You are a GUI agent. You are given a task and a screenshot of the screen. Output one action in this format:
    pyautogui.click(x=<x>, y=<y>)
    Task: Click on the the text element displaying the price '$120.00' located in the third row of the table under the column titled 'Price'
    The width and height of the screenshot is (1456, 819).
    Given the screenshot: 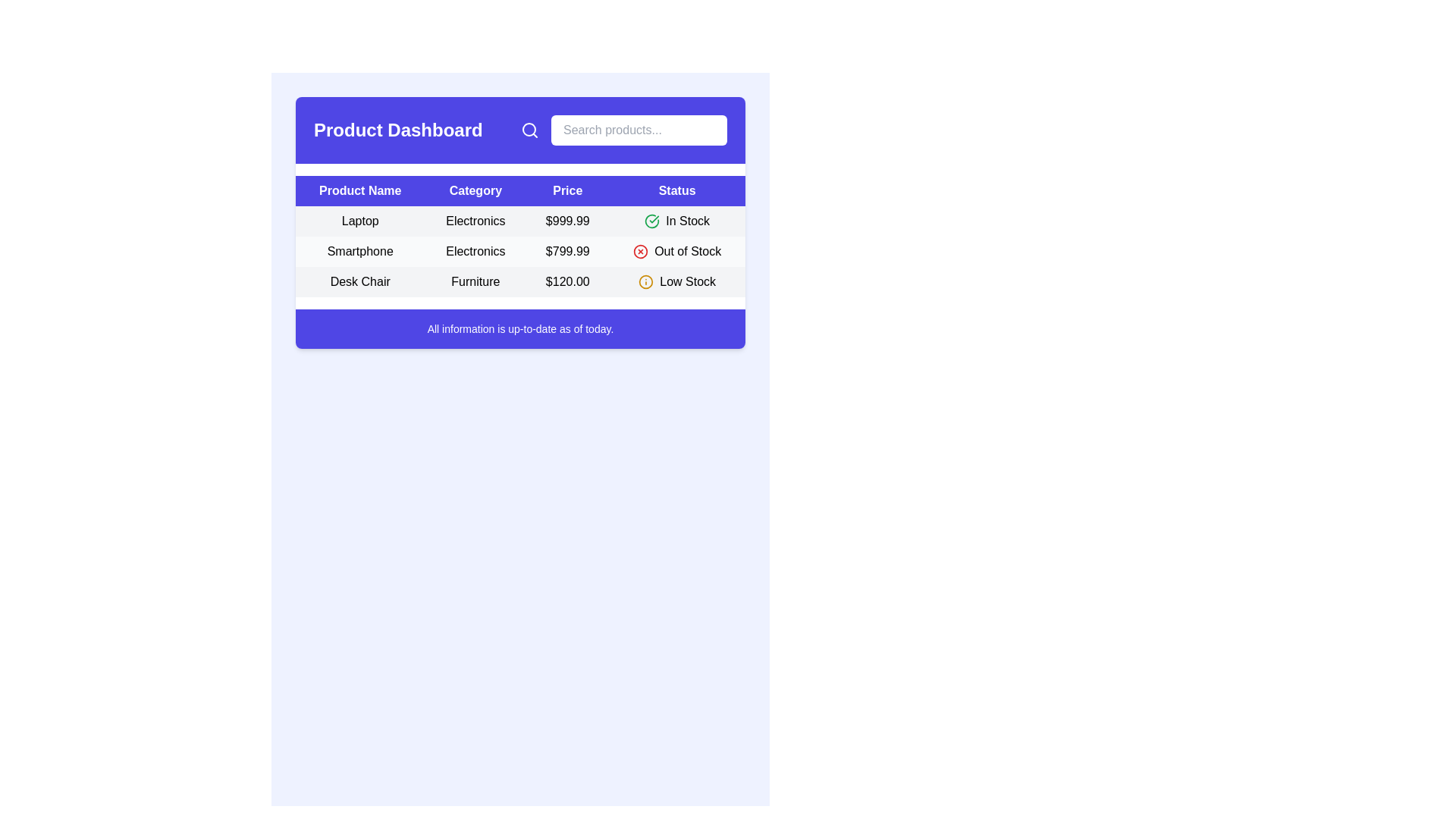 What is the action you would take?
    pyautogui.click(x=566, y=281)
    